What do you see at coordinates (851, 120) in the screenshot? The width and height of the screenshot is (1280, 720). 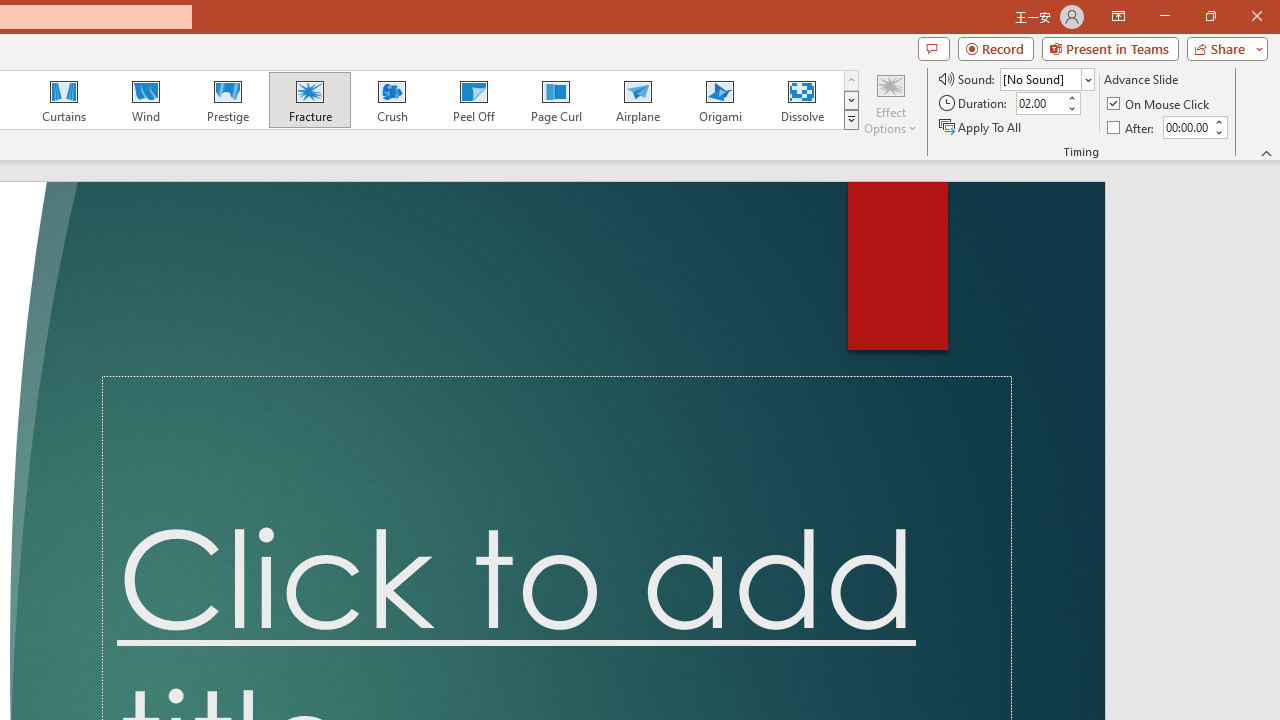 I see `'Transition Effects'` at bounding box center [851, 120].